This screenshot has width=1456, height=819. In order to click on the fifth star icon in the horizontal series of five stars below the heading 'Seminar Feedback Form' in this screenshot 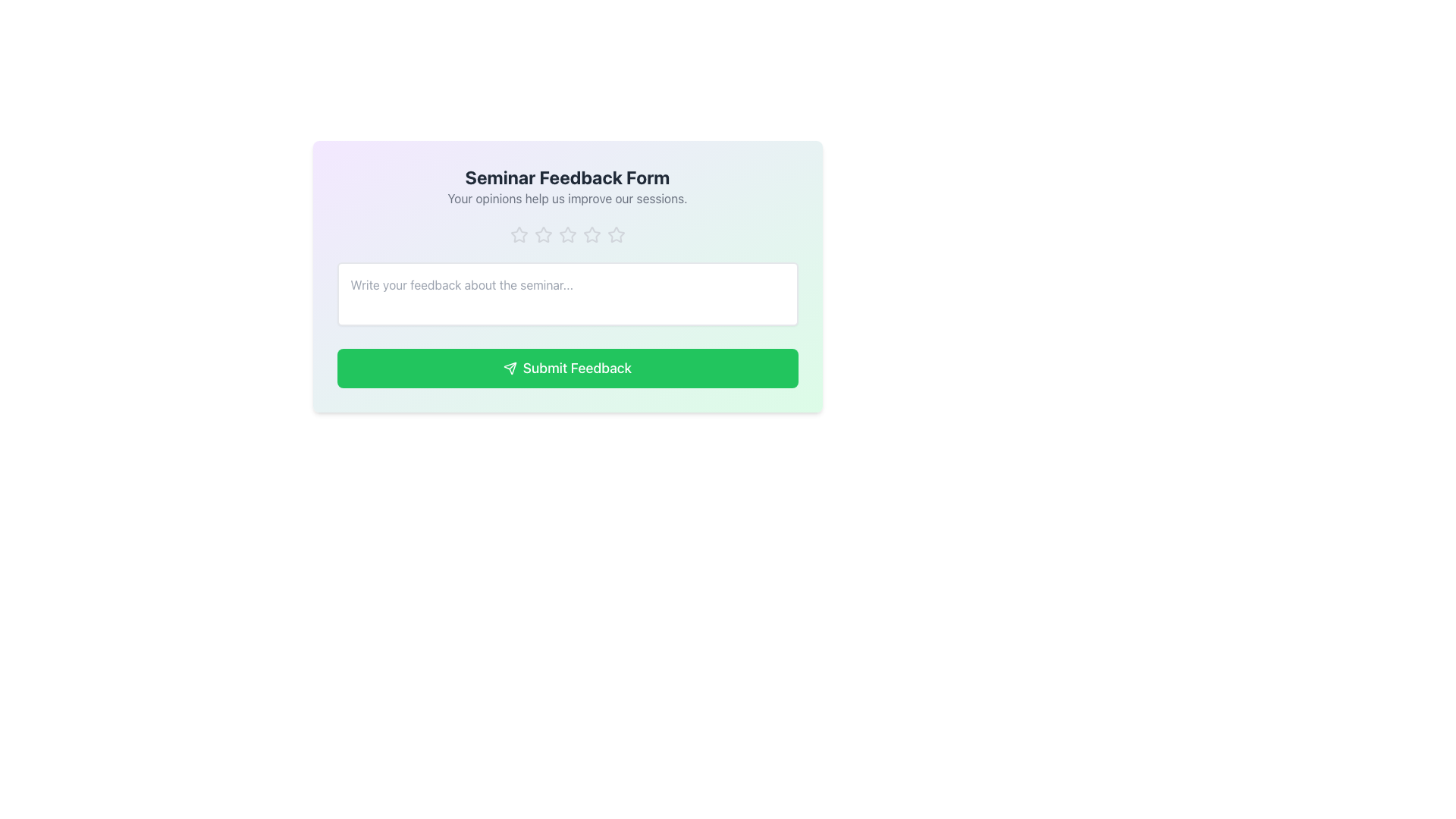, I will do `click(616, 234)`.